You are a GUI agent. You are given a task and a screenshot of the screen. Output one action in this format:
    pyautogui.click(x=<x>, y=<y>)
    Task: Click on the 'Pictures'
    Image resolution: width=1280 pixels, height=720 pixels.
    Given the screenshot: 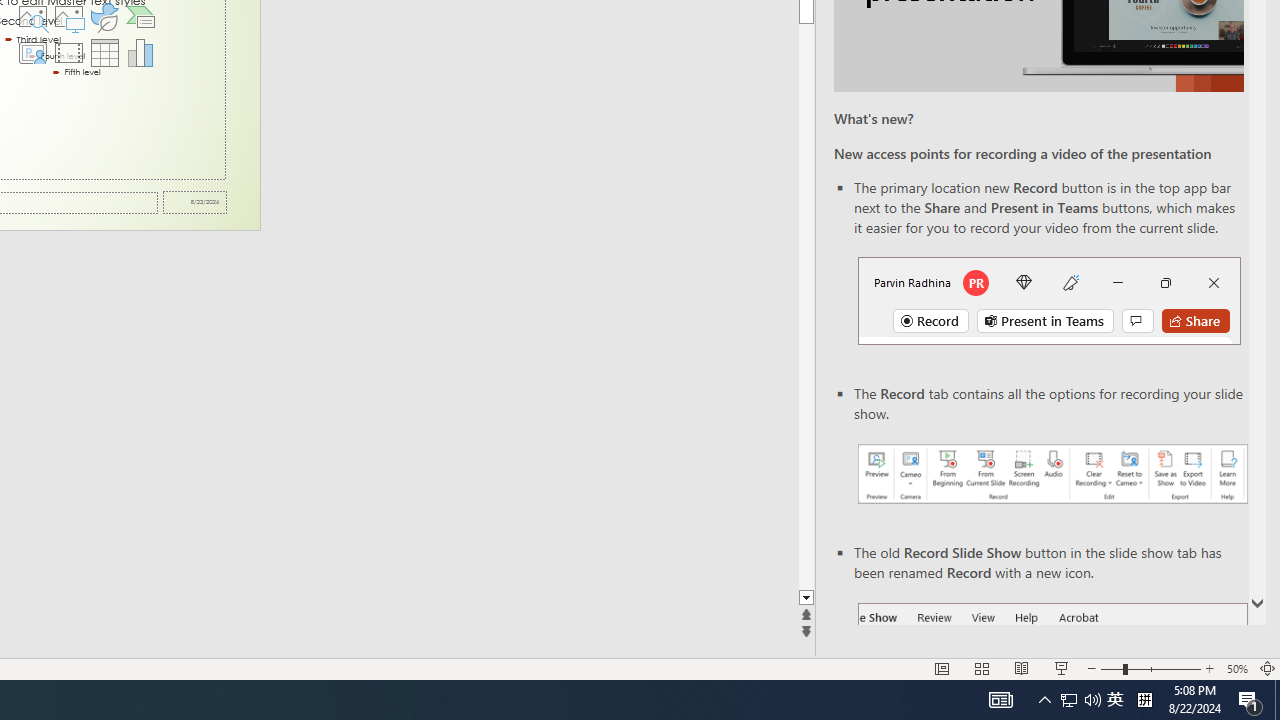 What is the action you would take?
    pyautogui.click(x=68, y=16)
    